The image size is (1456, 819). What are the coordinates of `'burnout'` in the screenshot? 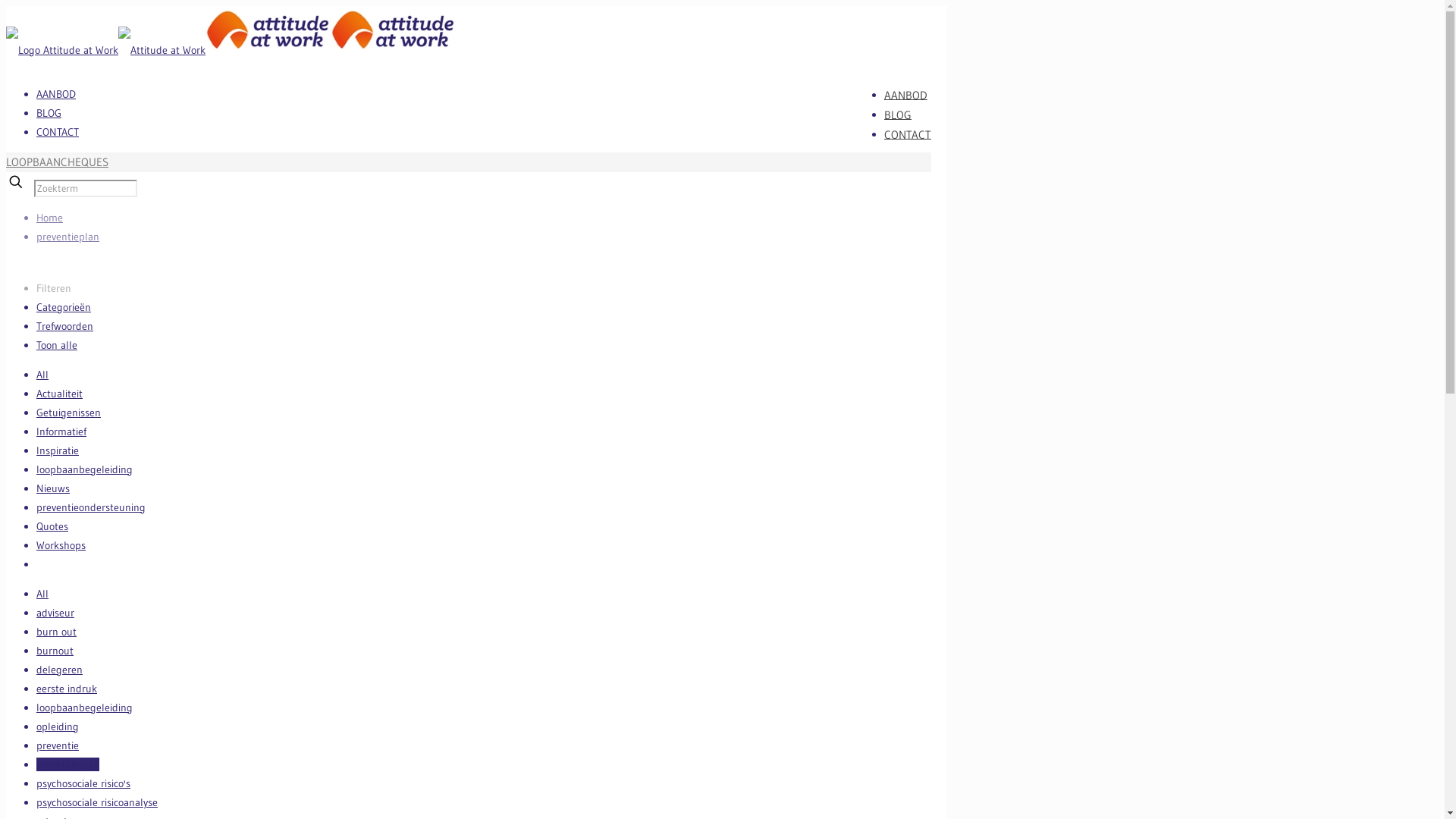 It's located at (55, 649).